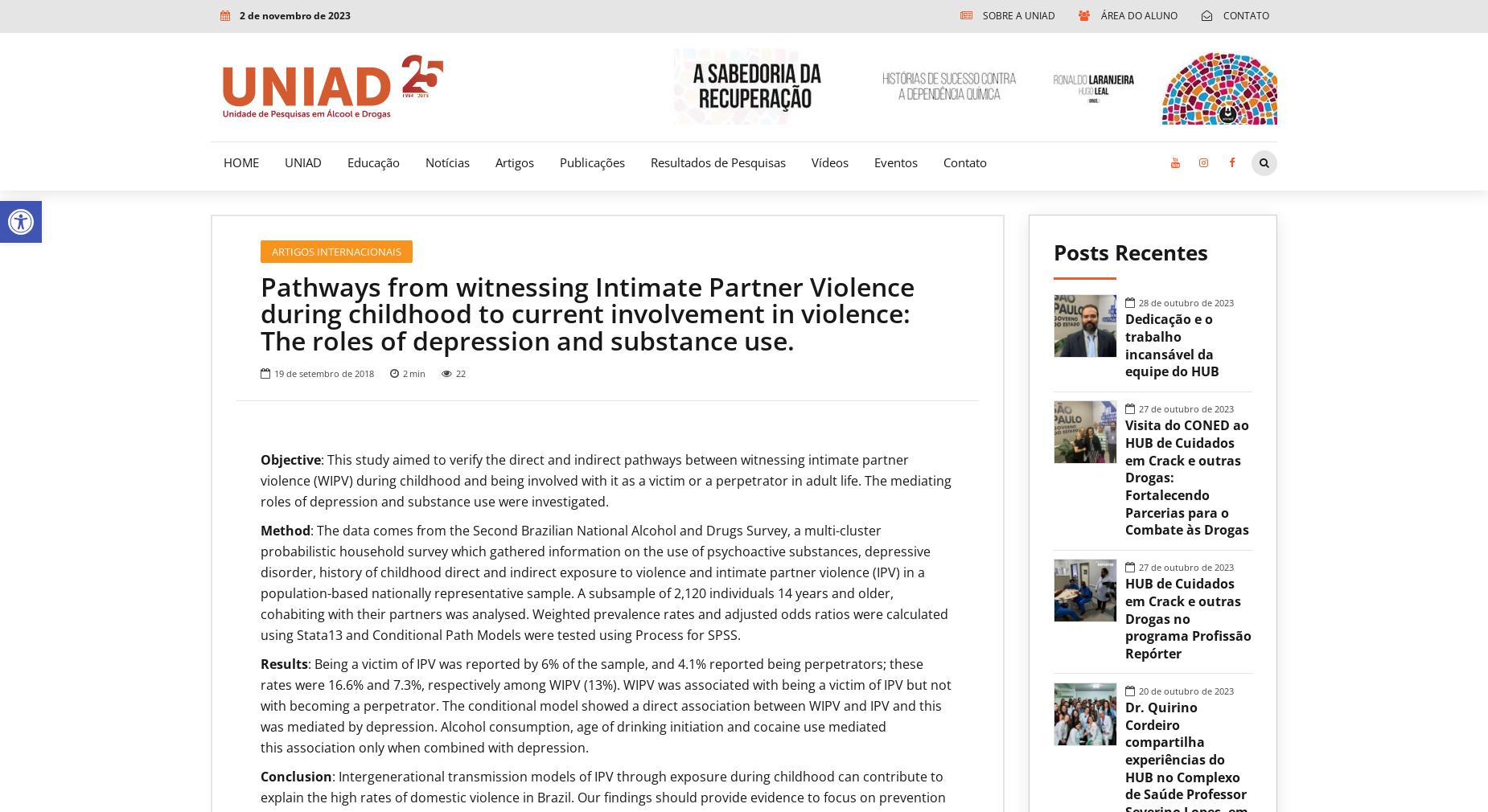 Image resolution: width=1488 pixels, height=812 pixels. What do you see at coordinates (1138, 301) in the screenshot?
I see `'28 de outubro de 2023'` at bounding box center [1138, 301].